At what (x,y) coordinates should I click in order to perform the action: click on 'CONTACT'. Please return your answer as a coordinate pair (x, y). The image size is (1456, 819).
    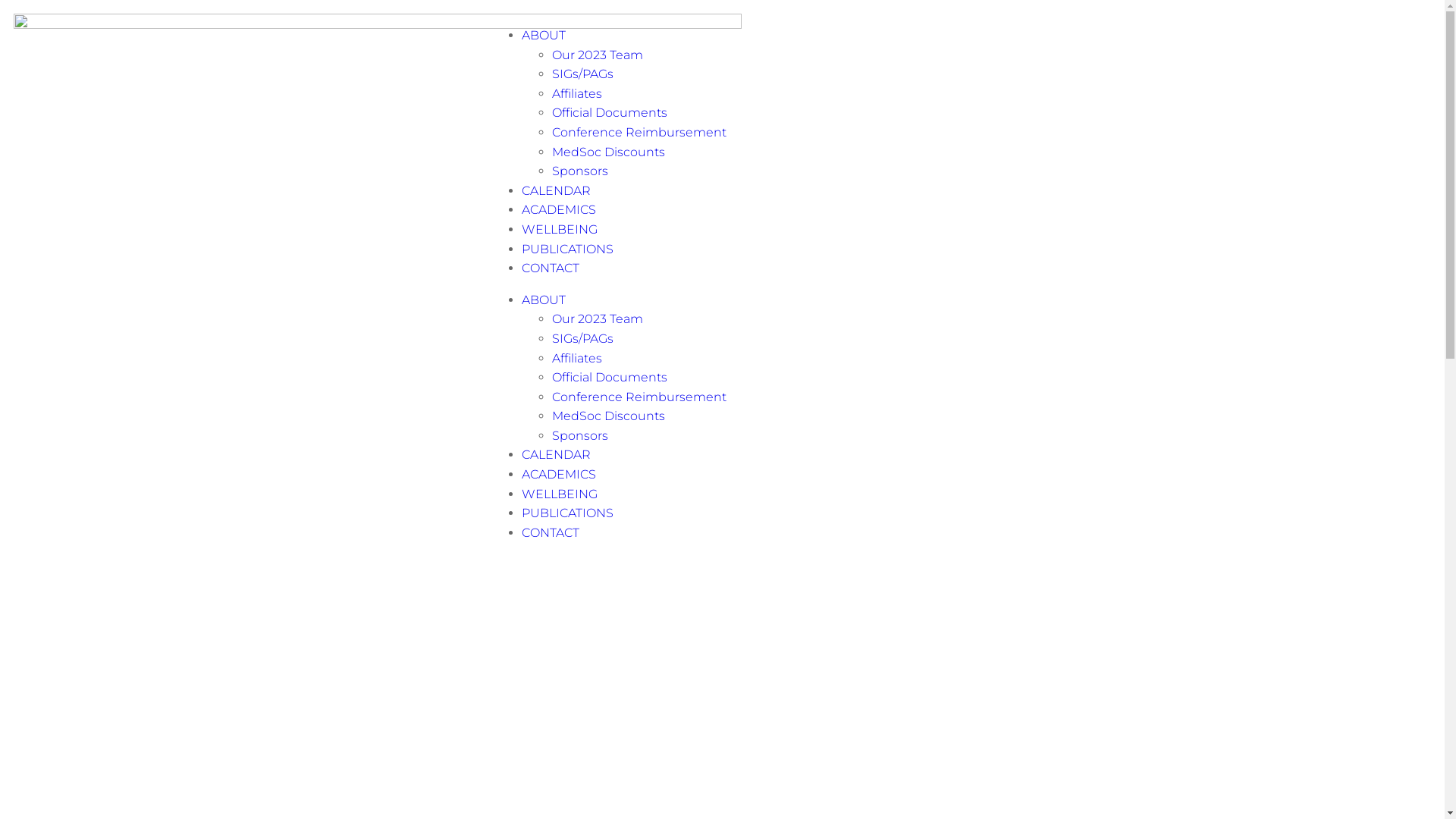
    Looking at the image, I should click on (549, 532).